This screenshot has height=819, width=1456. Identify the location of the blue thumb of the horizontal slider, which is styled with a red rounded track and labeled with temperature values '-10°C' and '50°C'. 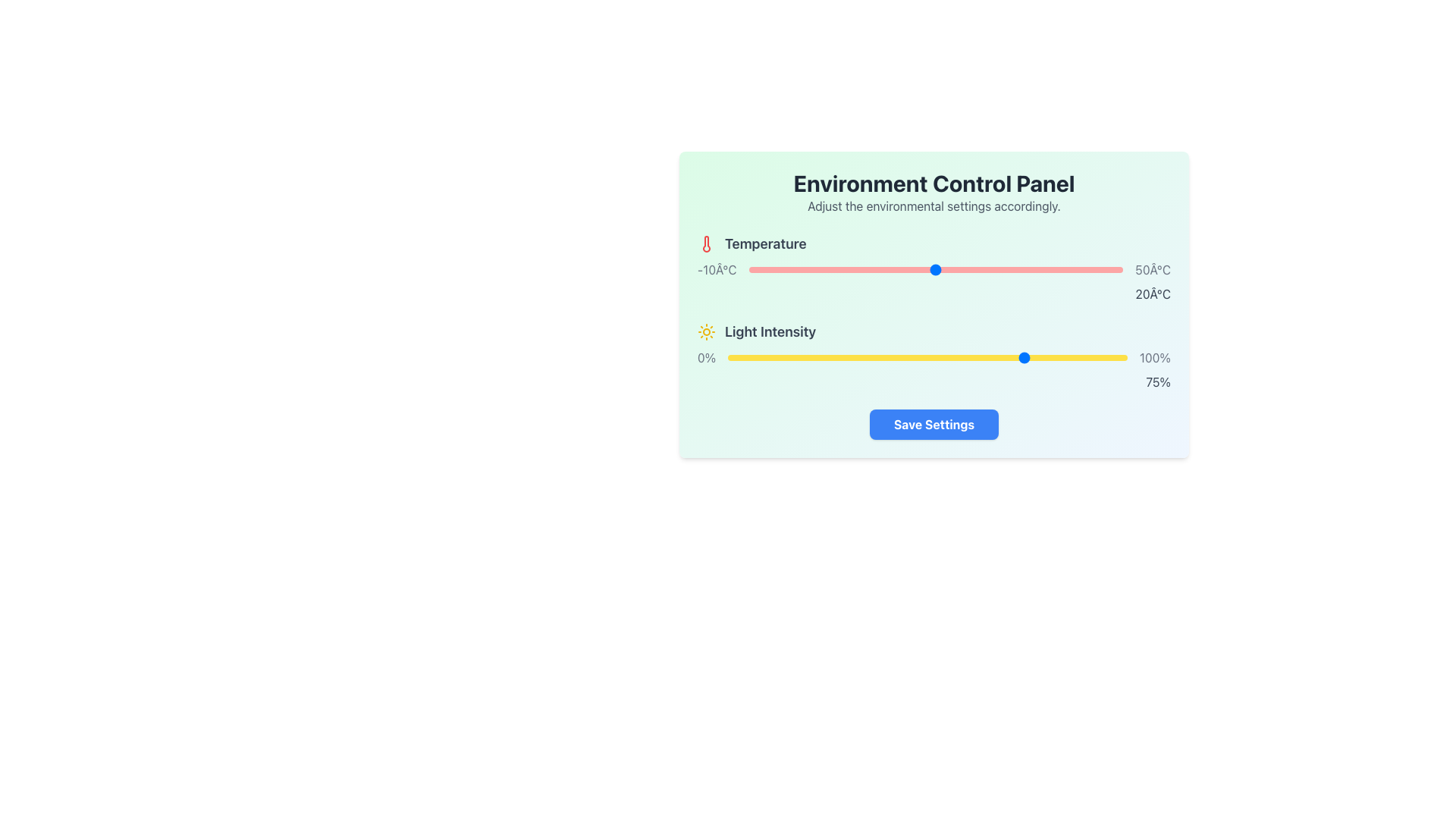
(934, 268).